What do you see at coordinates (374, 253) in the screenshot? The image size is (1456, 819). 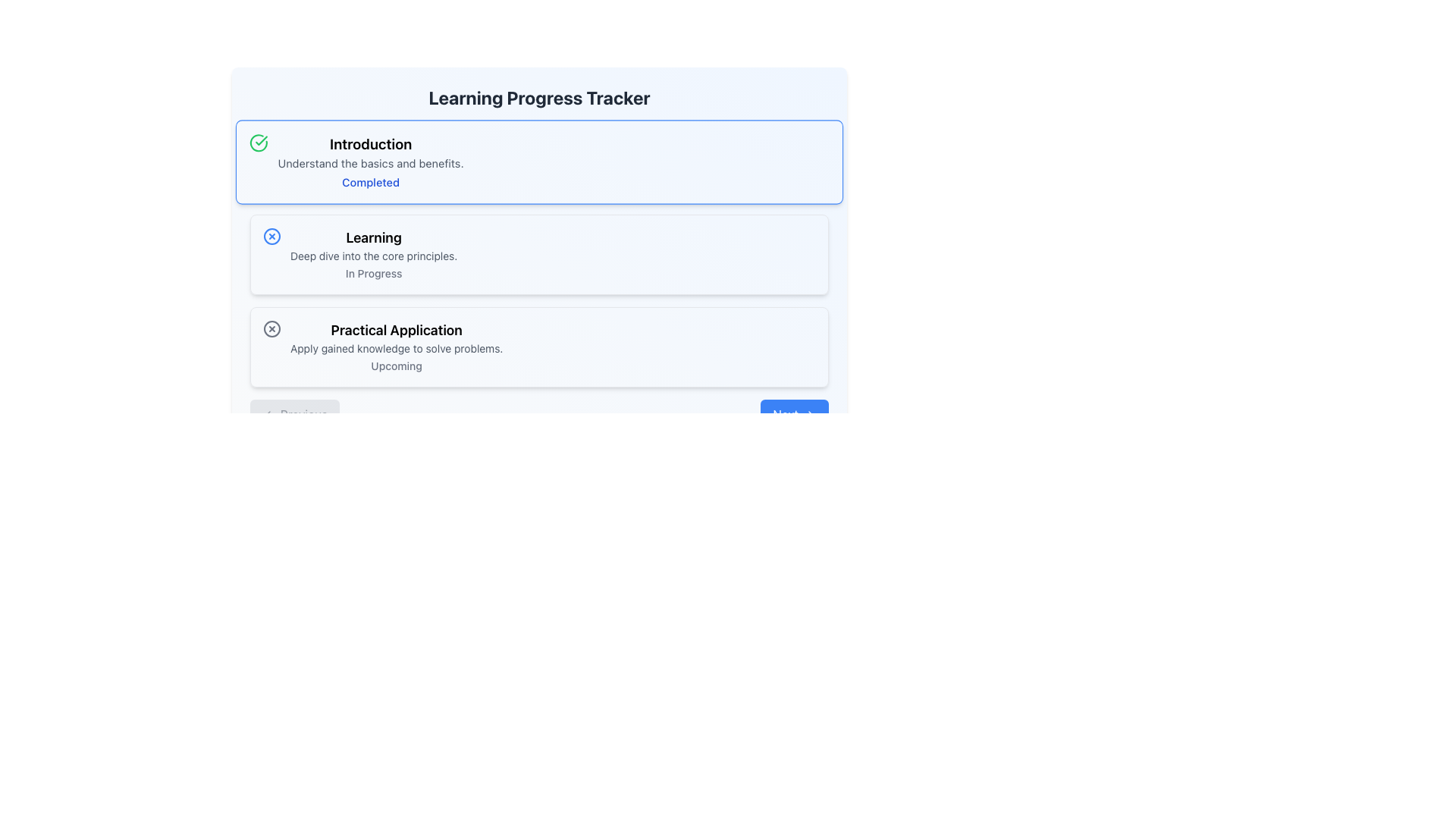 I see `informational display component containing structured text about the progress item labeled 'Learning', which provides the title, description, and current progress status` at bounding box center [374, 253].